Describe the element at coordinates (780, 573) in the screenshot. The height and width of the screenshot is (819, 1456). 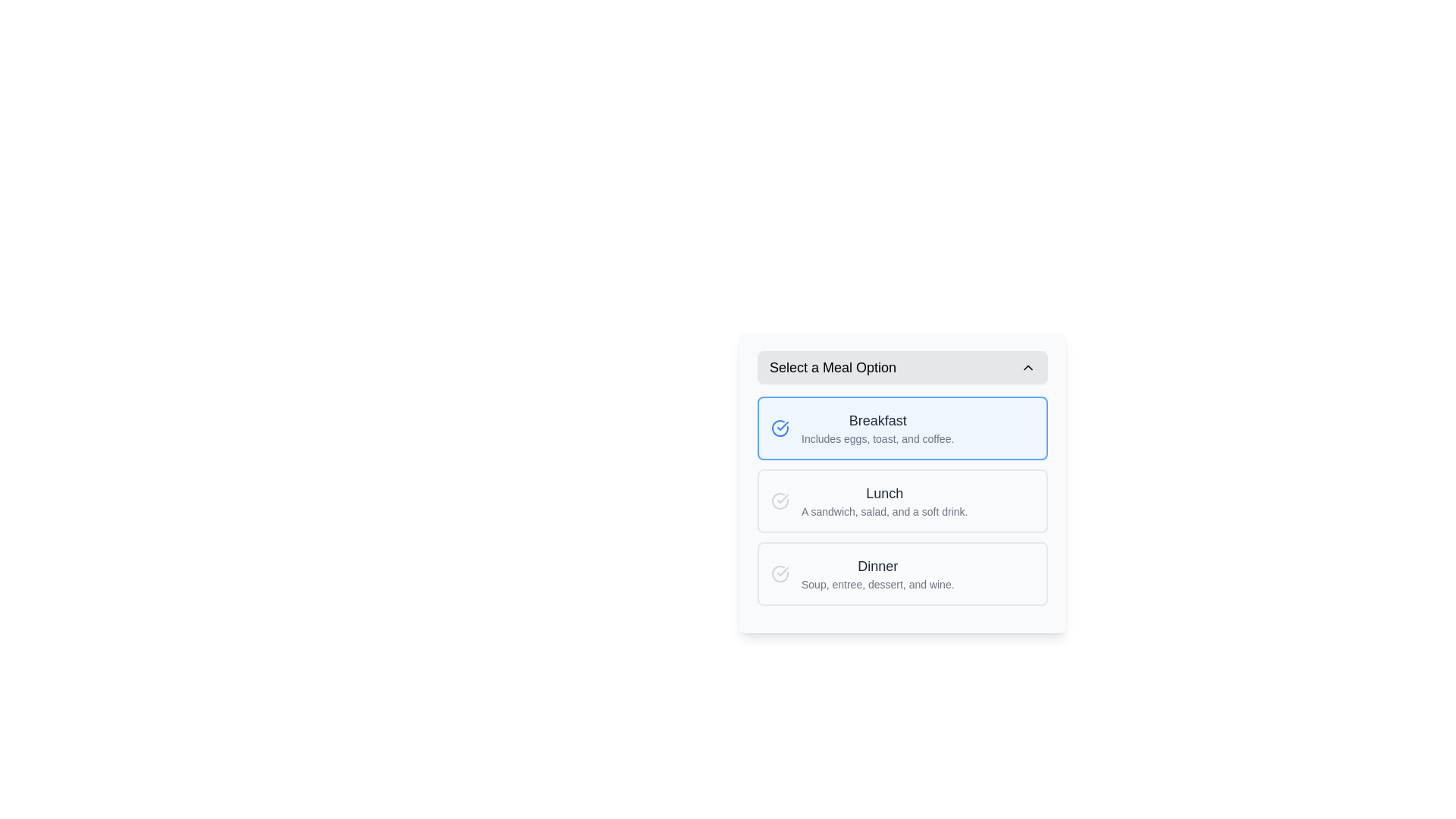
I see `the circular checkbox icon with a checkmark inside, located at the far left of the 'Dinner' option row in the meal selection interface` at that location.